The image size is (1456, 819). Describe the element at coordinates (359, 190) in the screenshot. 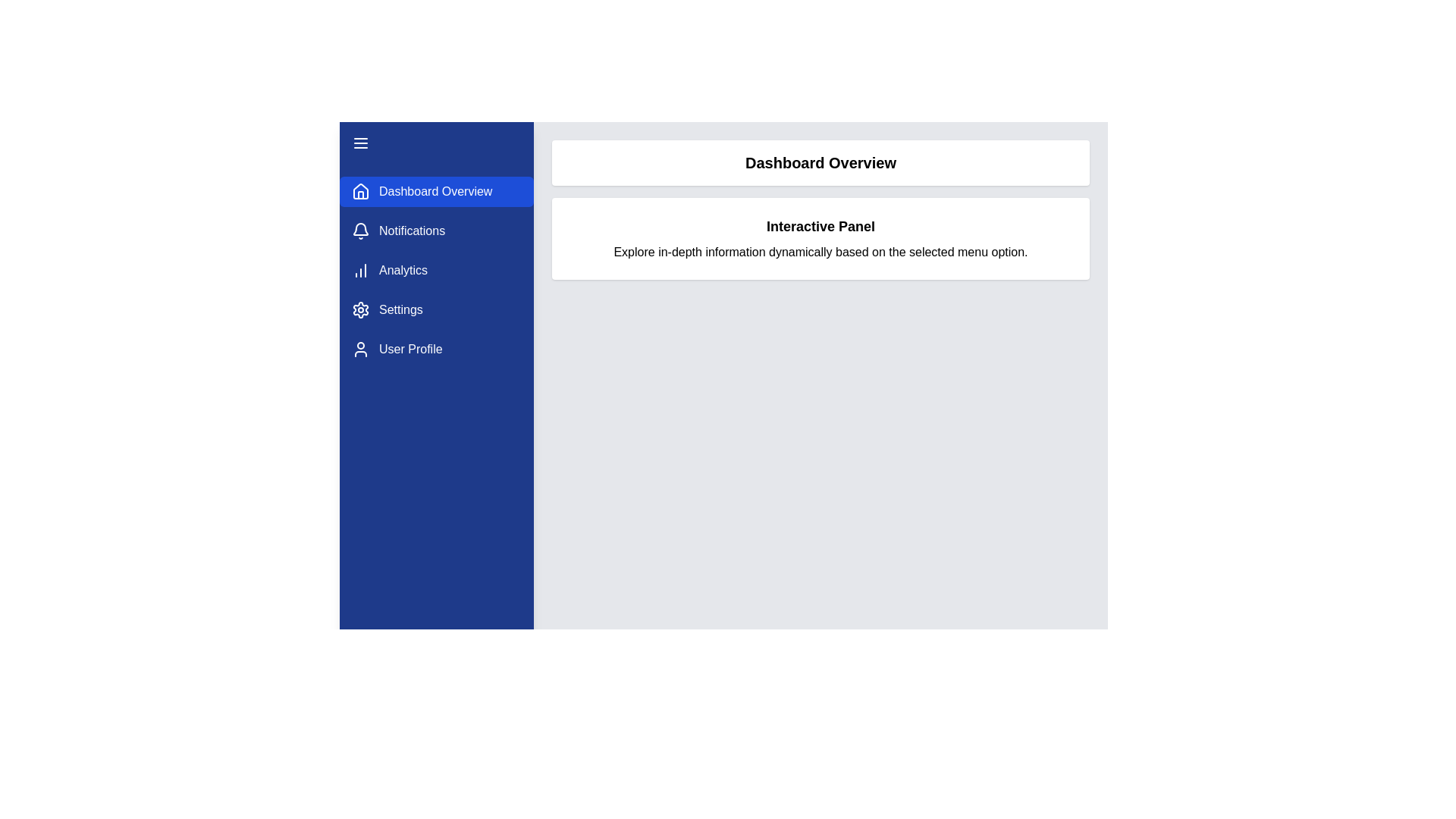

I see `the first icon in the vertical navigation menu indicating the 'Dashboard Overview' section` at that location.